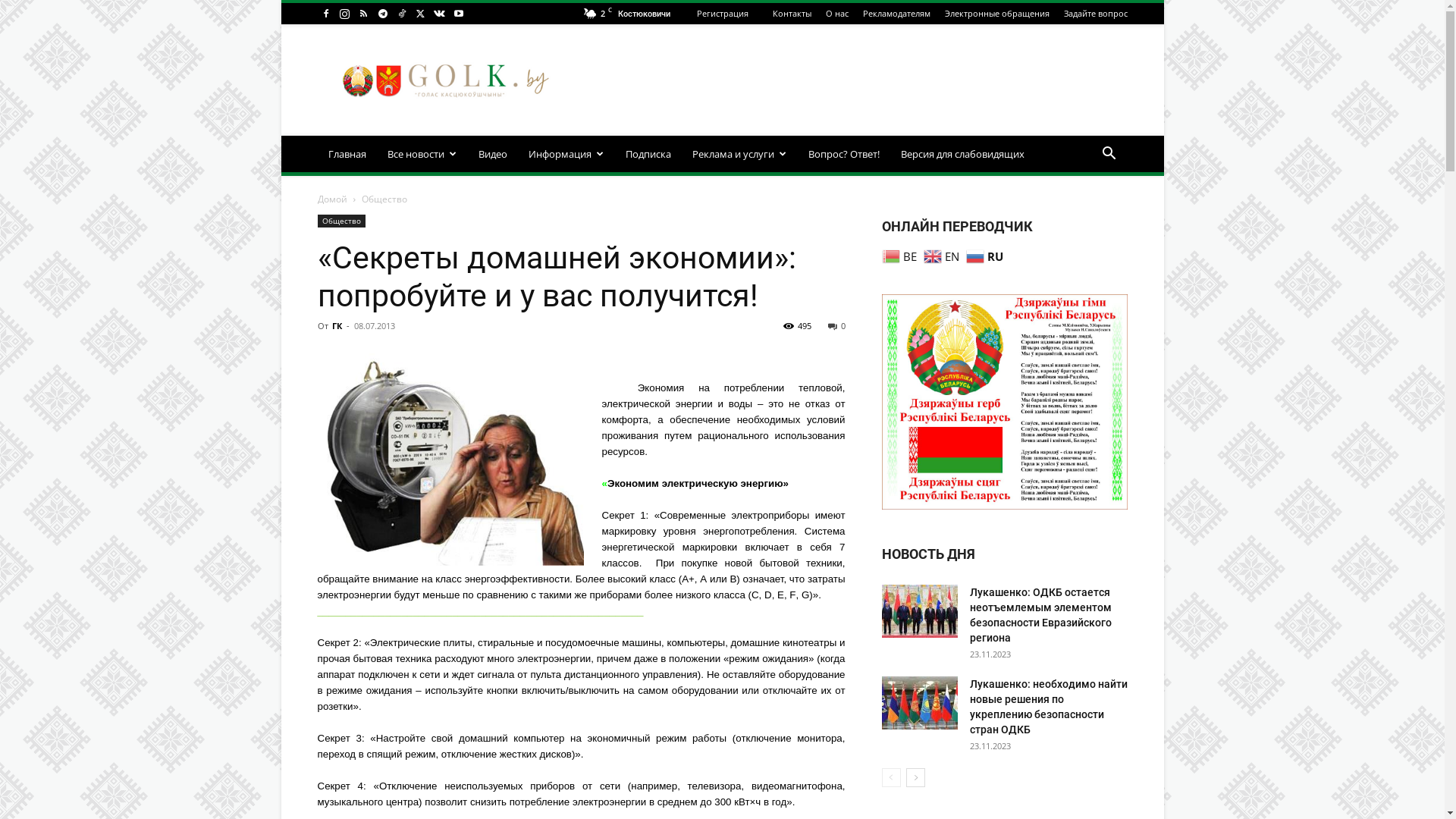 The height and width of the screenshot is (819, 1456). What do you see at coordinates (827, 325) in the screenshot?
I see `'0'` at bounding box center [827, 325].